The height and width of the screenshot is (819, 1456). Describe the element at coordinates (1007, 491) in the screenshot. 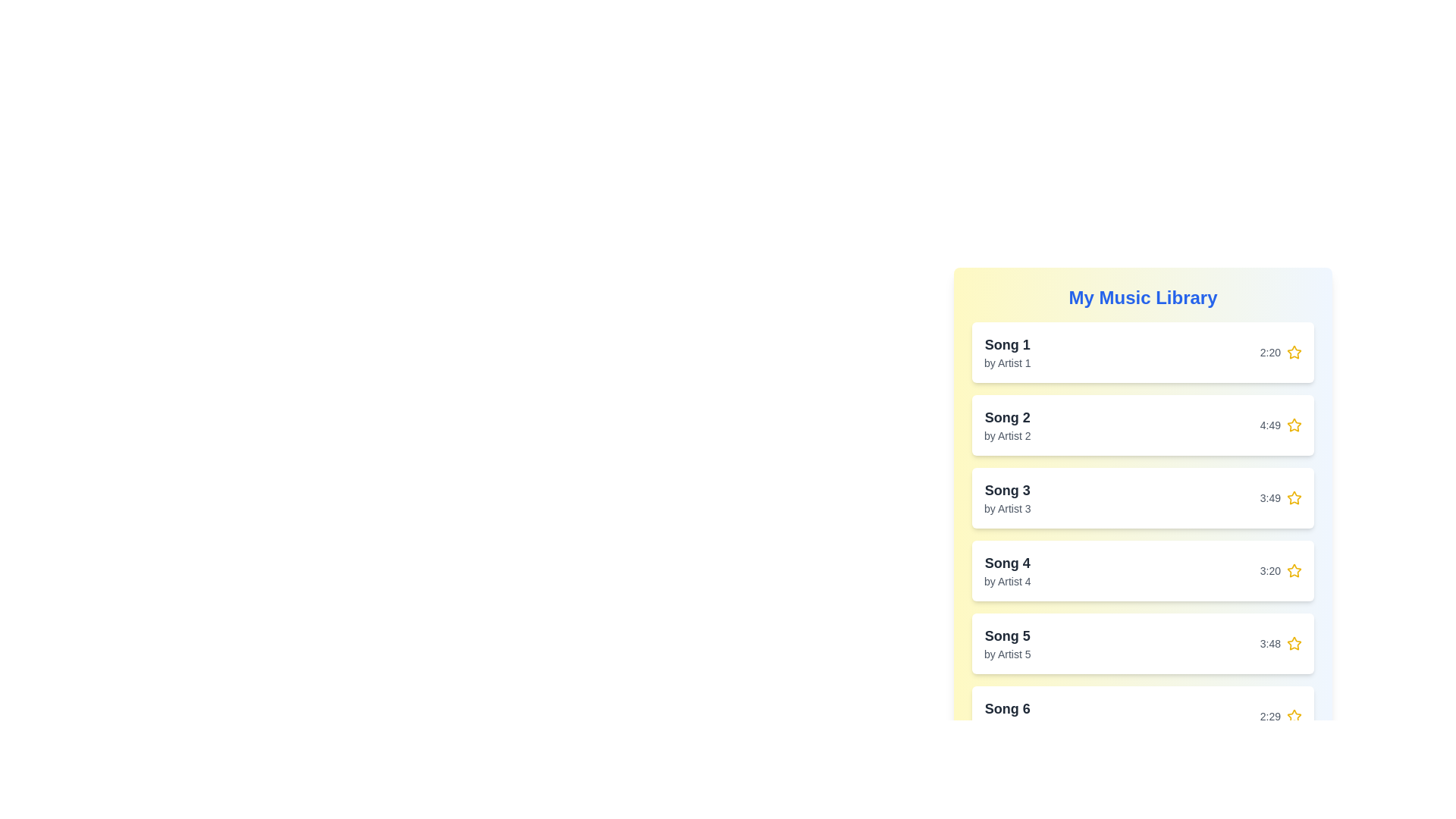

I see `the text label displaying the title 'Song 3', which is in bold and slightly larger font within the 'My Music Library' section` at that location.